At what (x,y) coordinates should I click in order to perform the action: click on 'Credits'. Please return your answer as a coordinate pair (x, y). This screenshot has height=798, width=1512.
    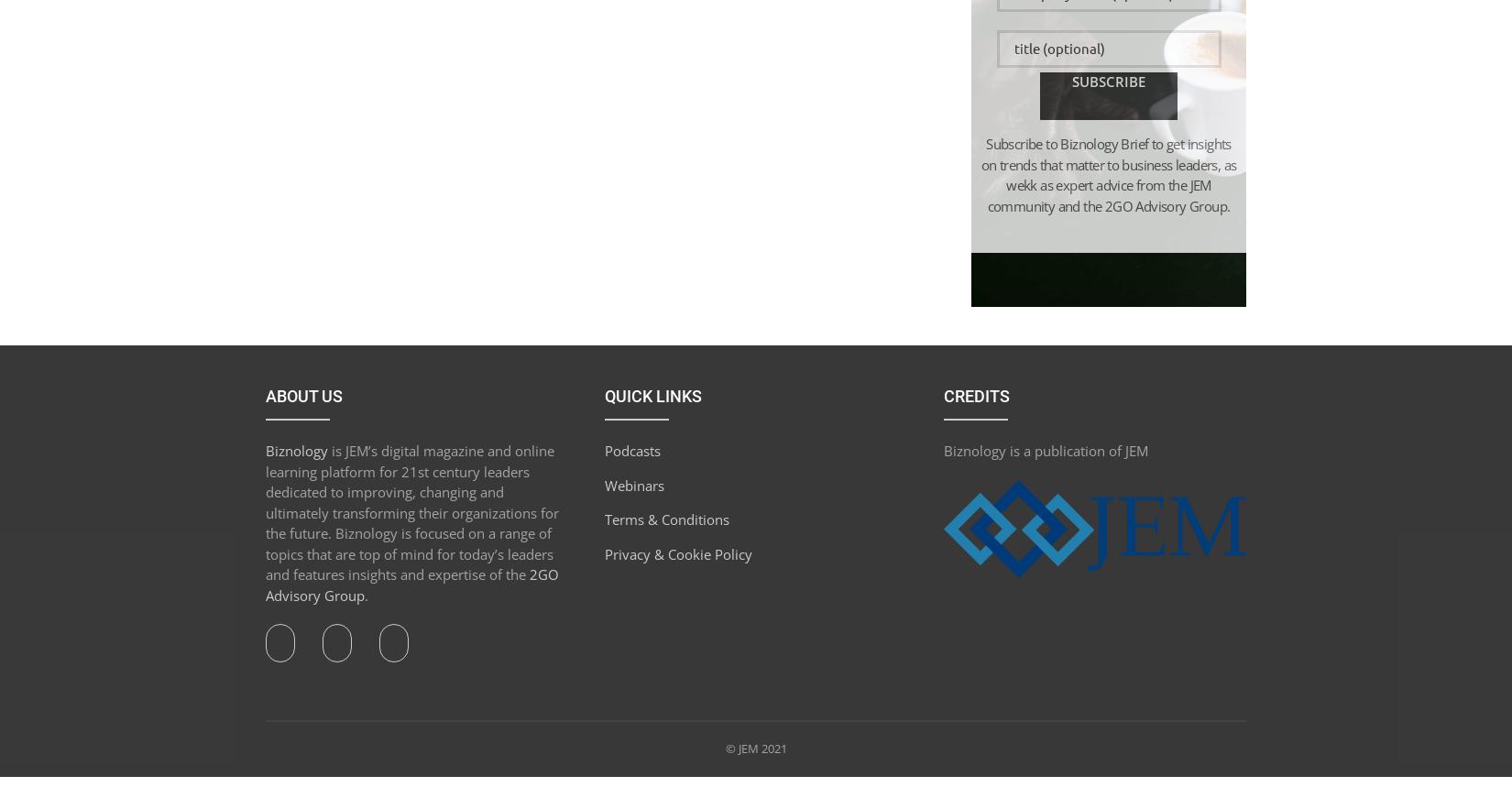
    Looking at the image, I should click on (976, 395).